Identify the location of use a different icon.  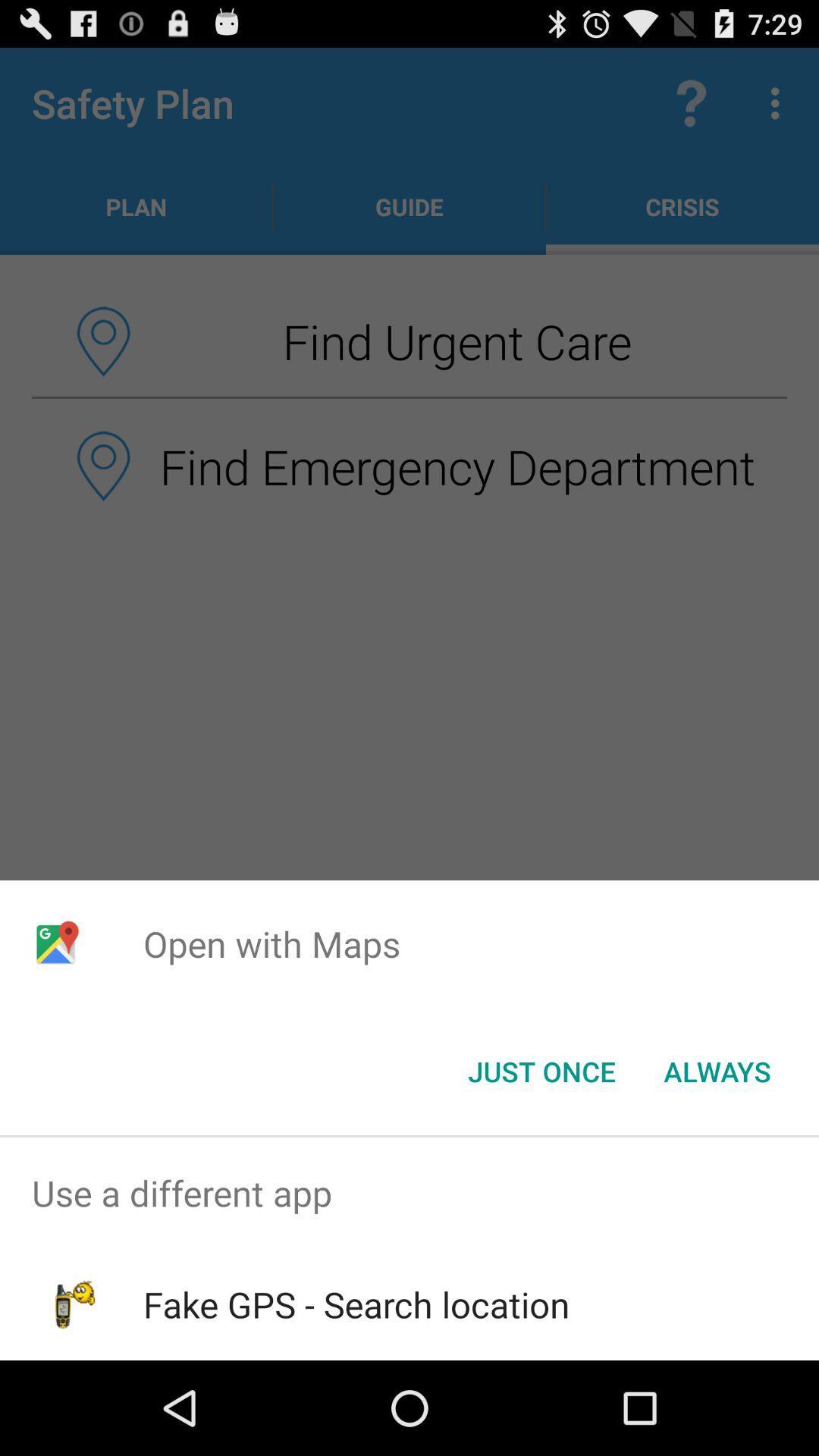
(409, 1192).